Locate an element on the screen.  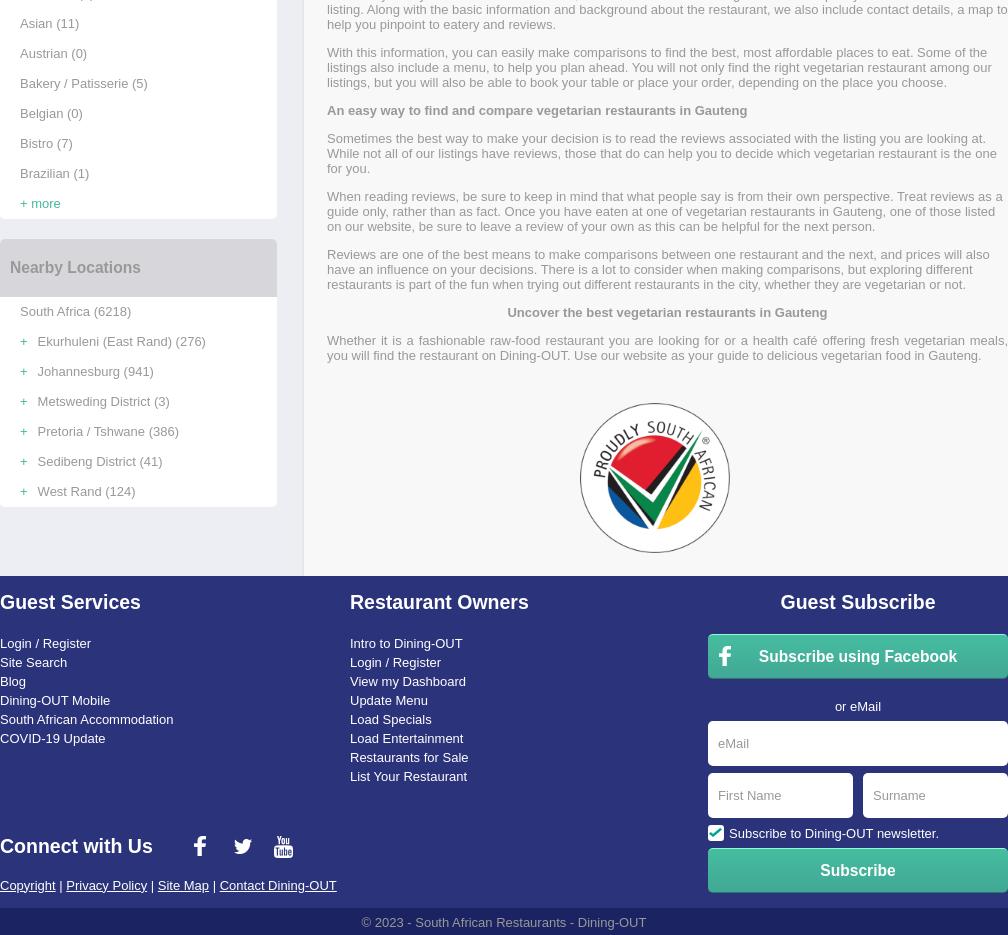
'Metsweding District (3)' is located at coordinates (103, 401).